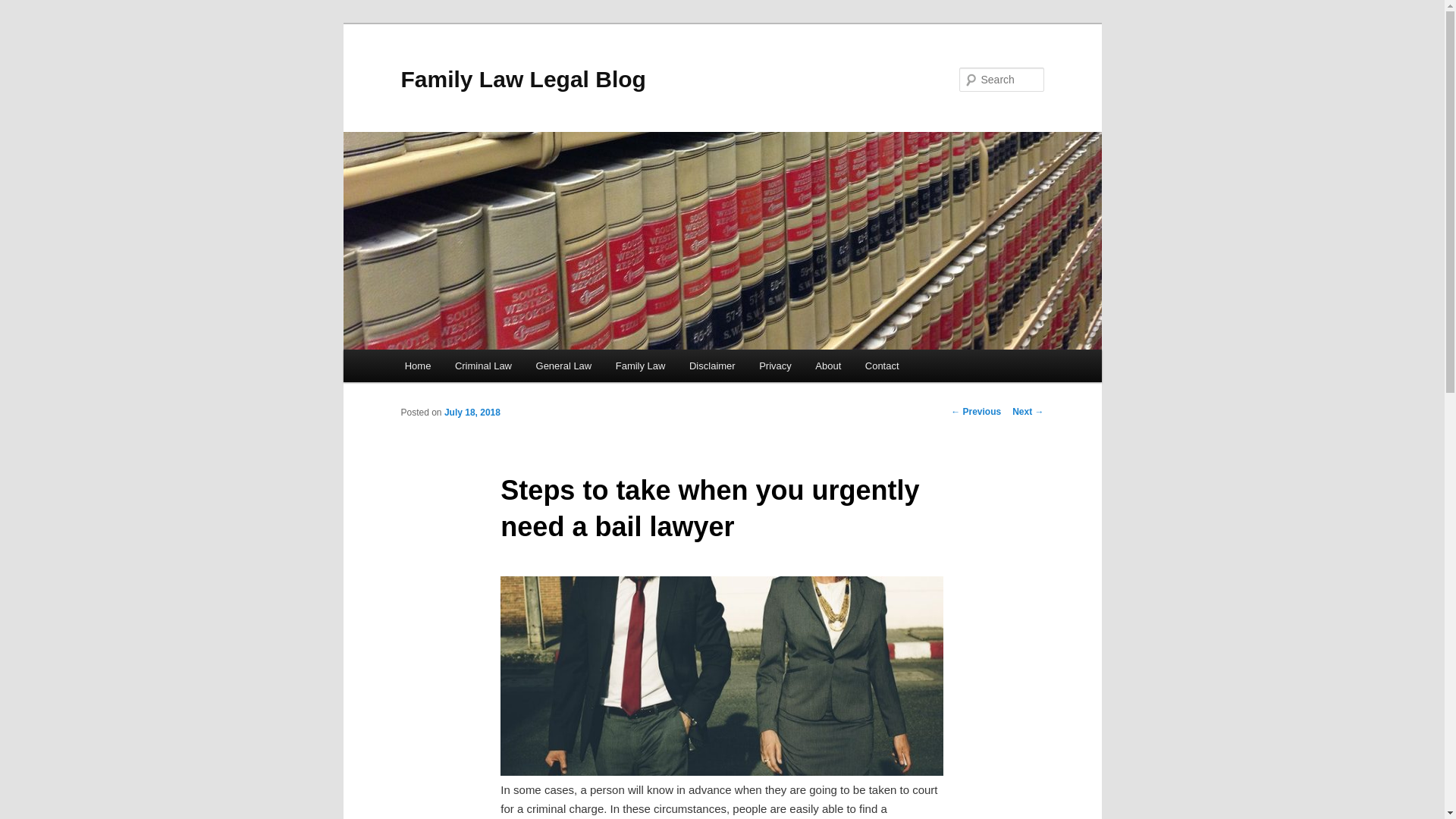  I want to click on 'July 18, 2018', so click(472, 412).